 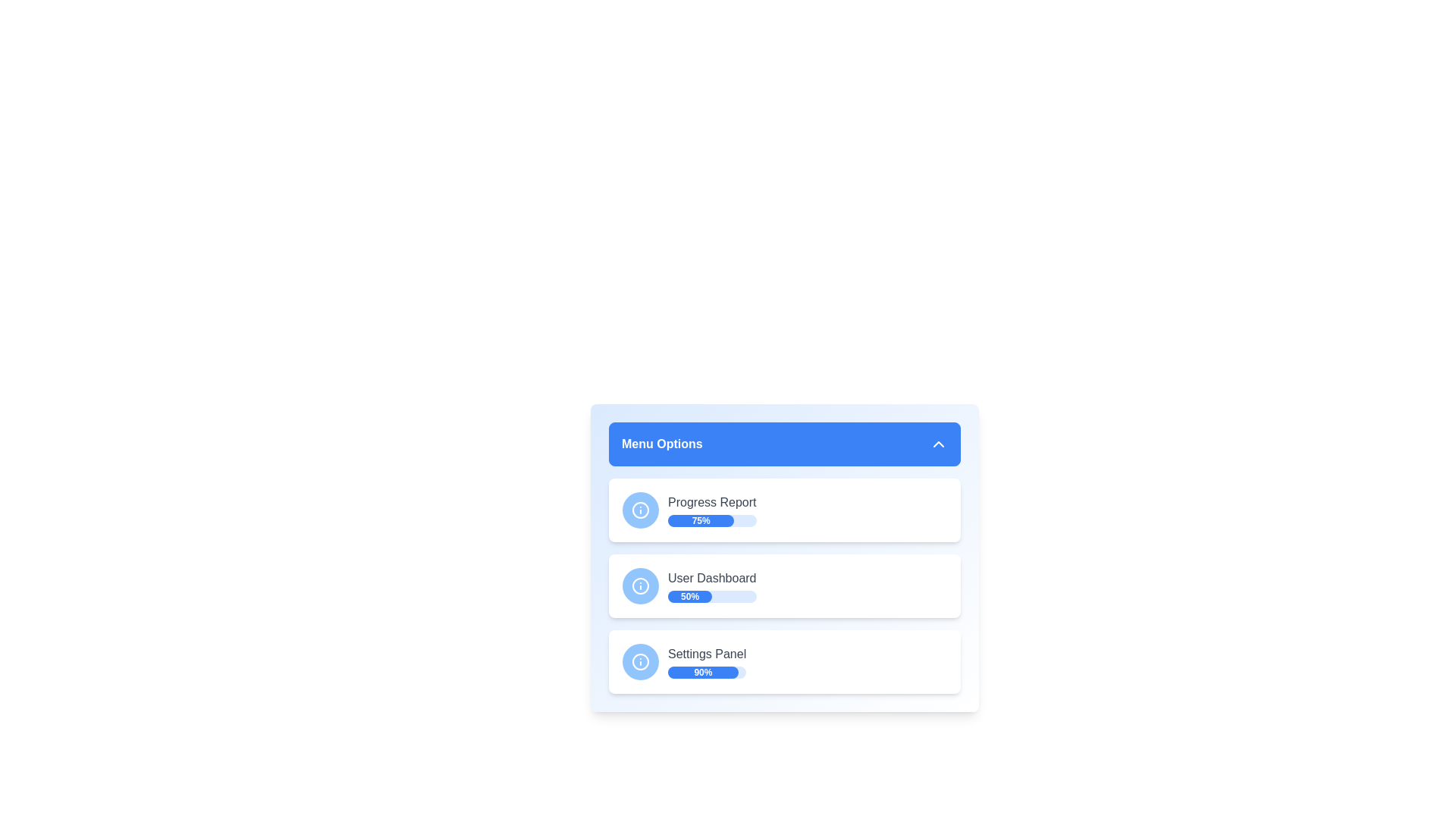 What do you see at coordinates (785, 661) in the screenshot?
I see `the menu item corresponding to Settings Panel` at bounding box center [785, 661].